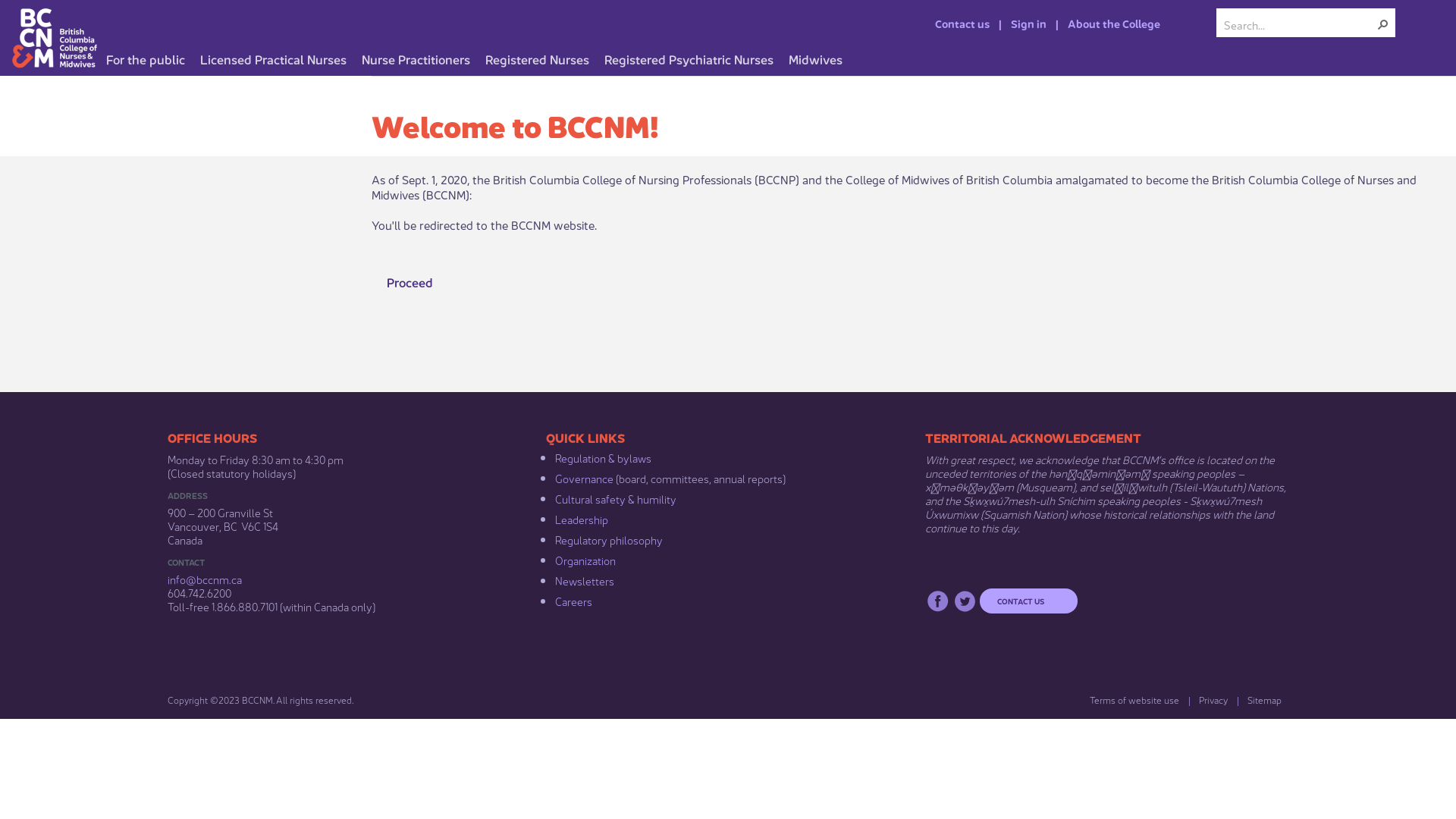 This screenshot has width=1456, height=819. What do you see at coordinates (1018, 23) in the screenshot?
I see `'Sign in'` at bounding box center [1018, 23].